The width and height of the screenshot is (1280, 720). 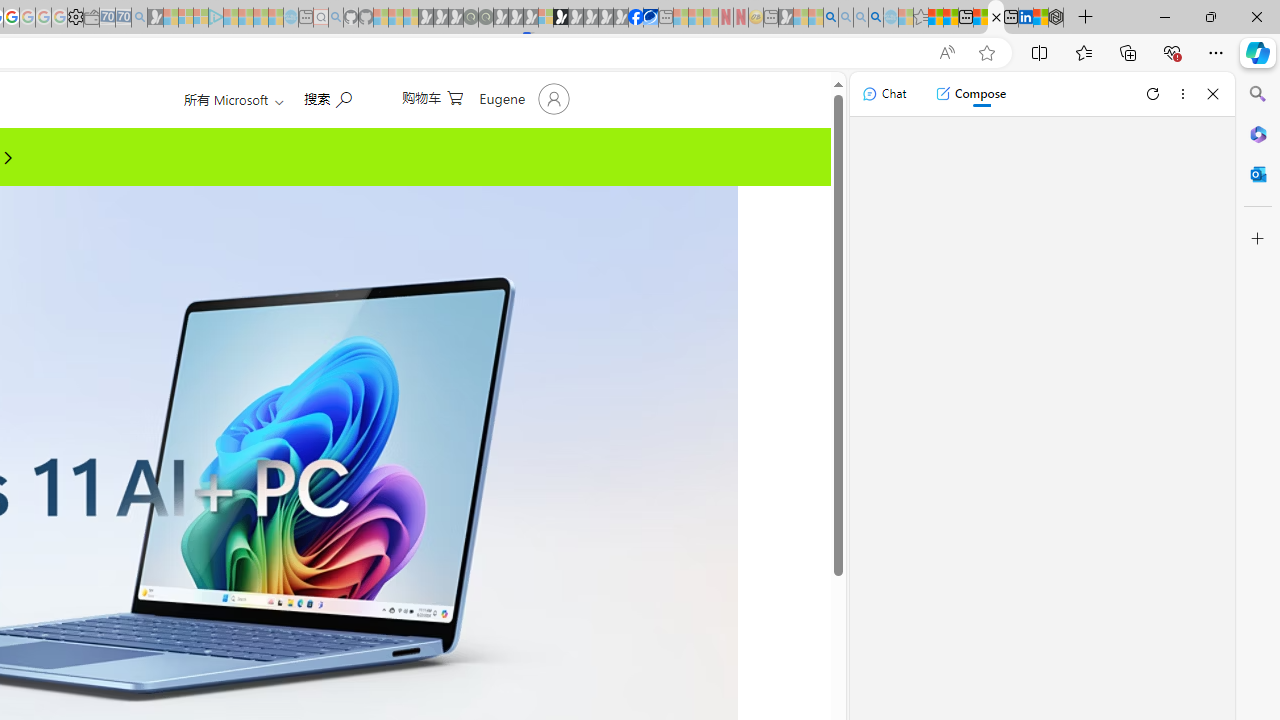 I want to click on 'Google Chrome Internet Browser Download - Search Images', so click(x=876, y=17).